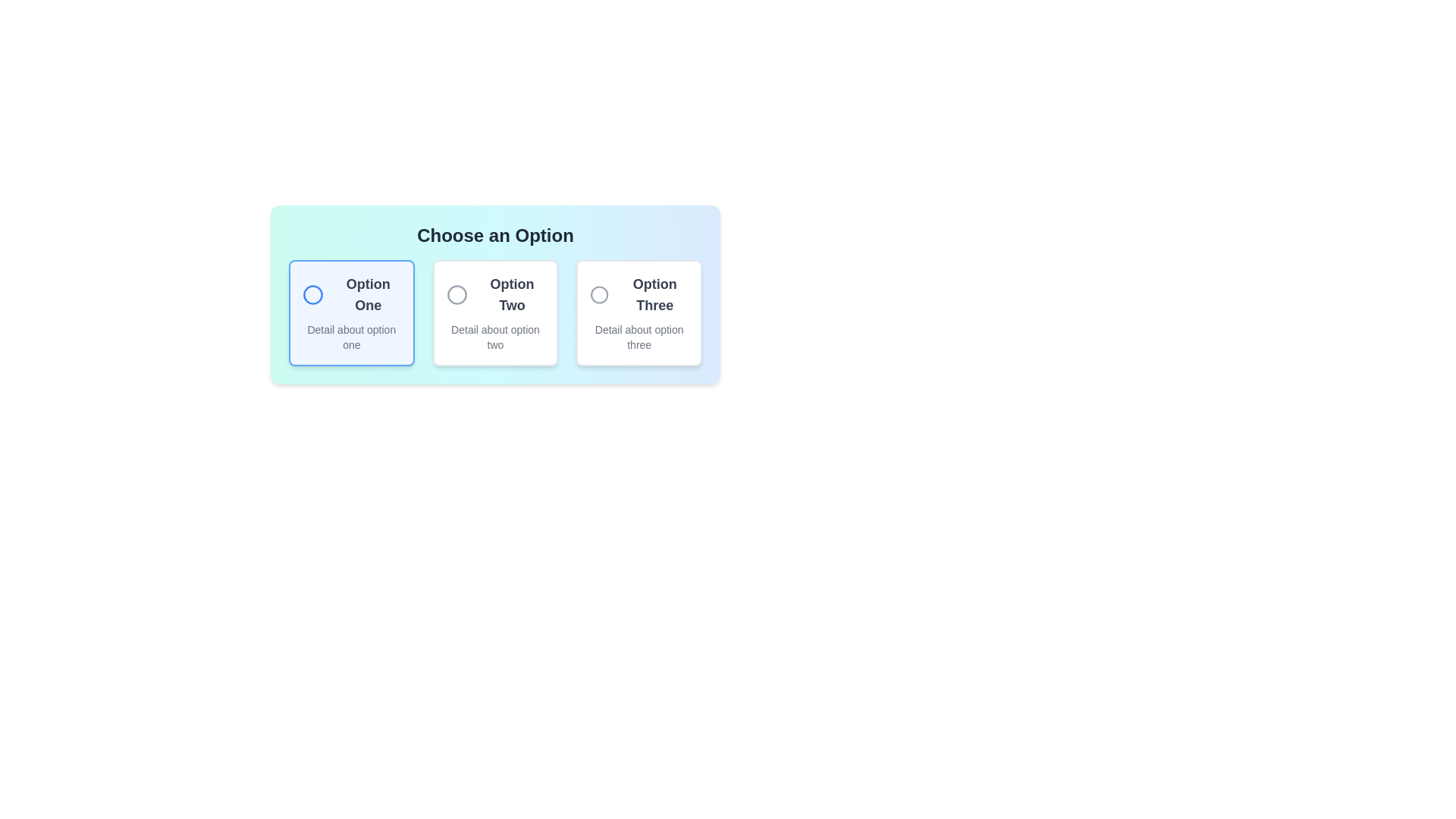 This screenshot has width=1456, height=819. What do you see at coordinates (495, 236) in the screenshot?
I see `the Header or Title that provides context for the following options, located at the top-center of the layout` at bounding box center [495, 236].